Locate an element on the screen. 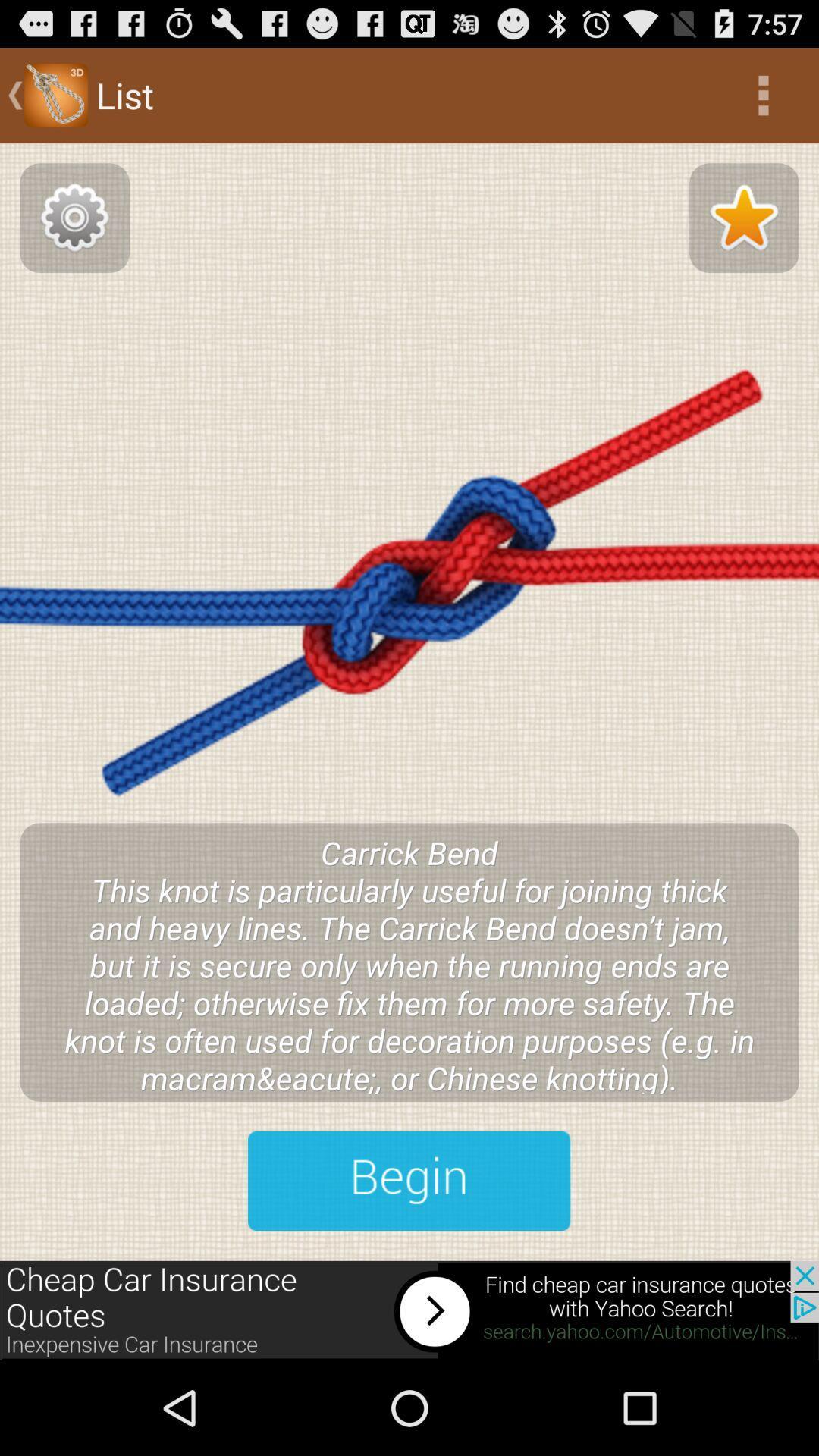 The width and height of the screenshot is (819, 1456). the star icon is located at coordinates (743, 232).